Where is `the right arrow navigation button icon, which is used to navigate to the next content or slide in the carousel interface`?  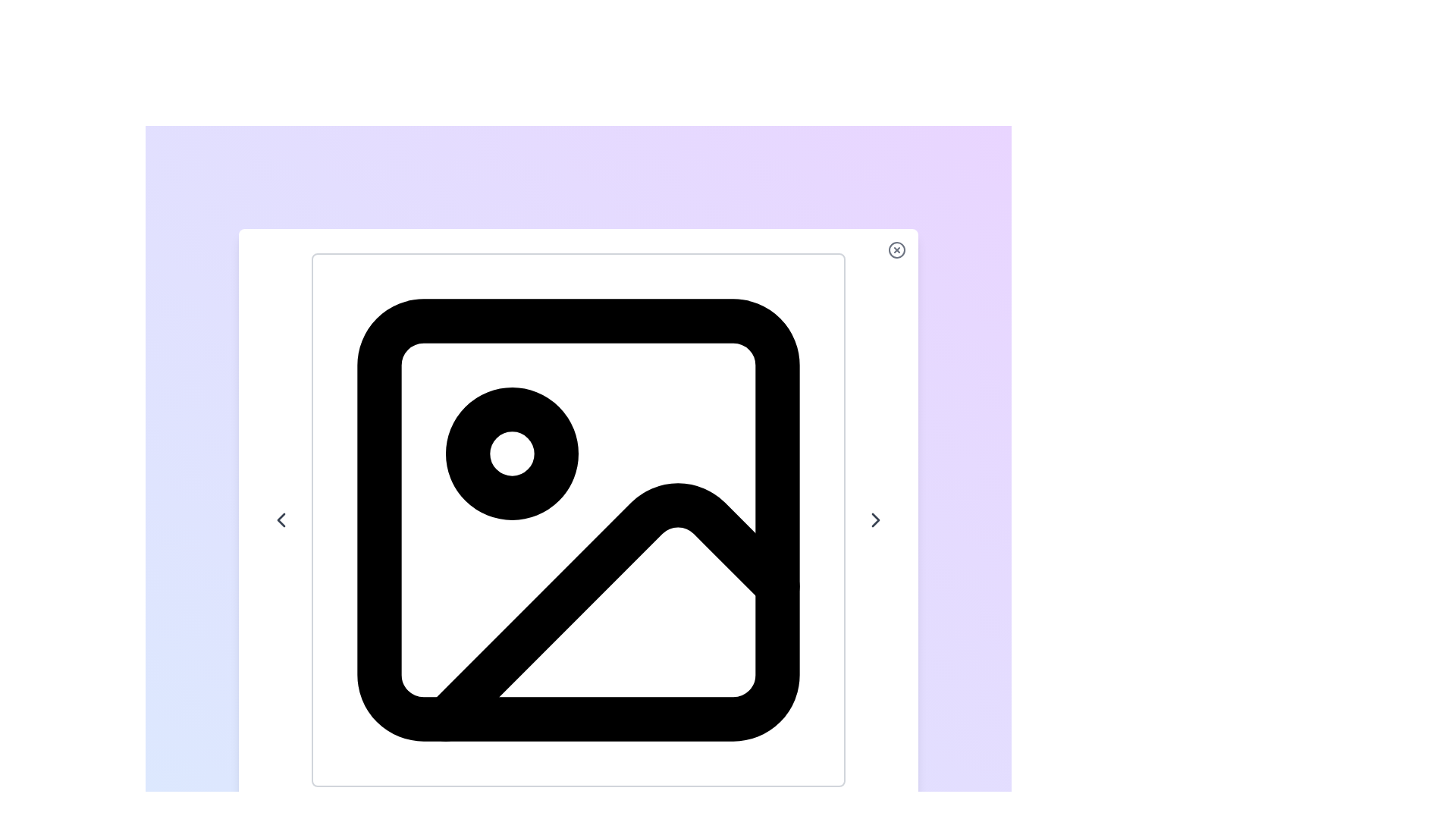
the right arrow navigation button icon, which is used to navigate to the next content or slide in the carousel interface is located at coordinates (876, 519).